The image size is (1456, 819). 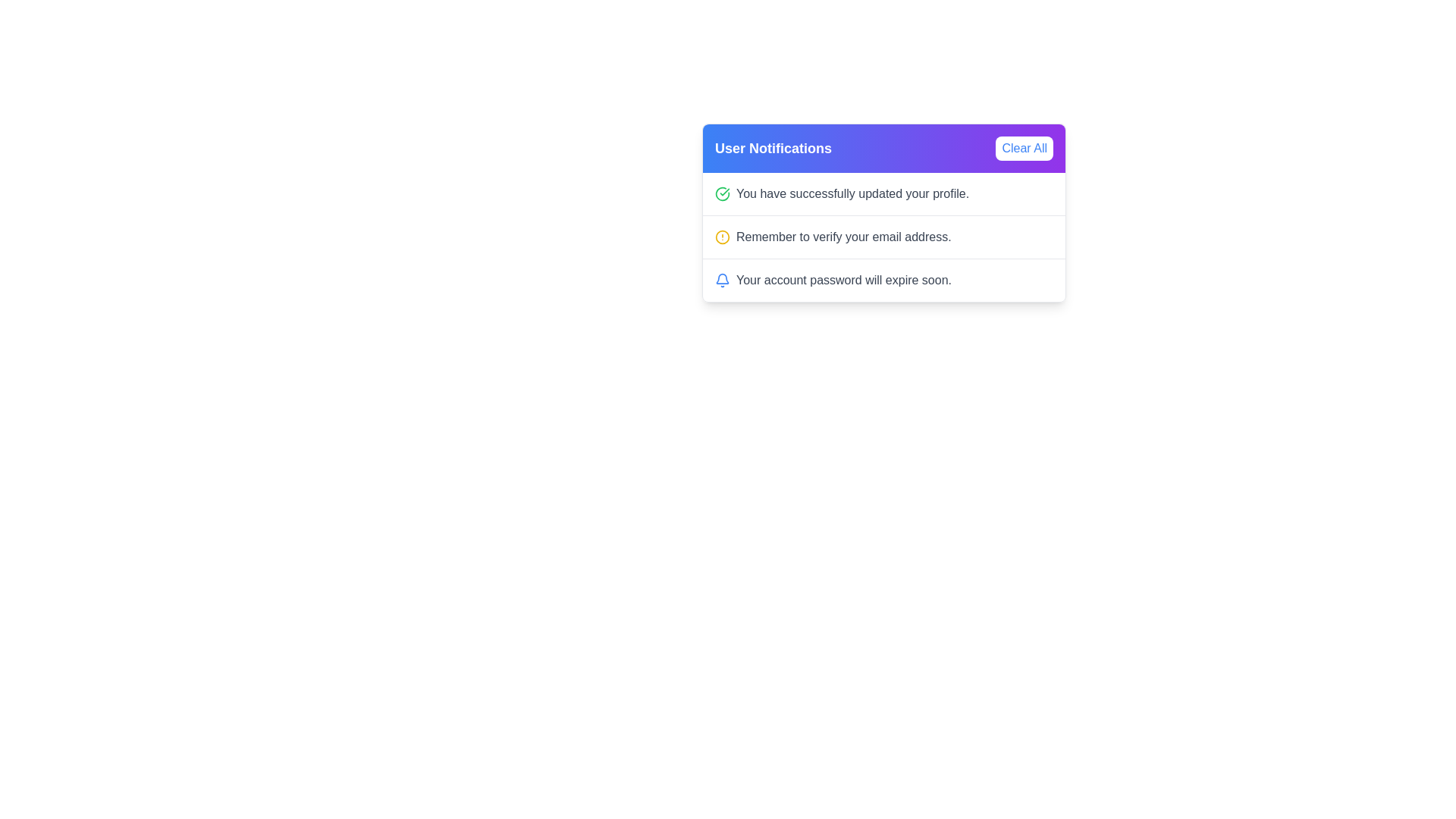 What do you see at coordinates (884, 237) in the screenshot?
I see `the second notification message in the notification panel that reminds the user to verify their email address, located between the profile update and password expiration notifications` at bounding box center [884, 237].